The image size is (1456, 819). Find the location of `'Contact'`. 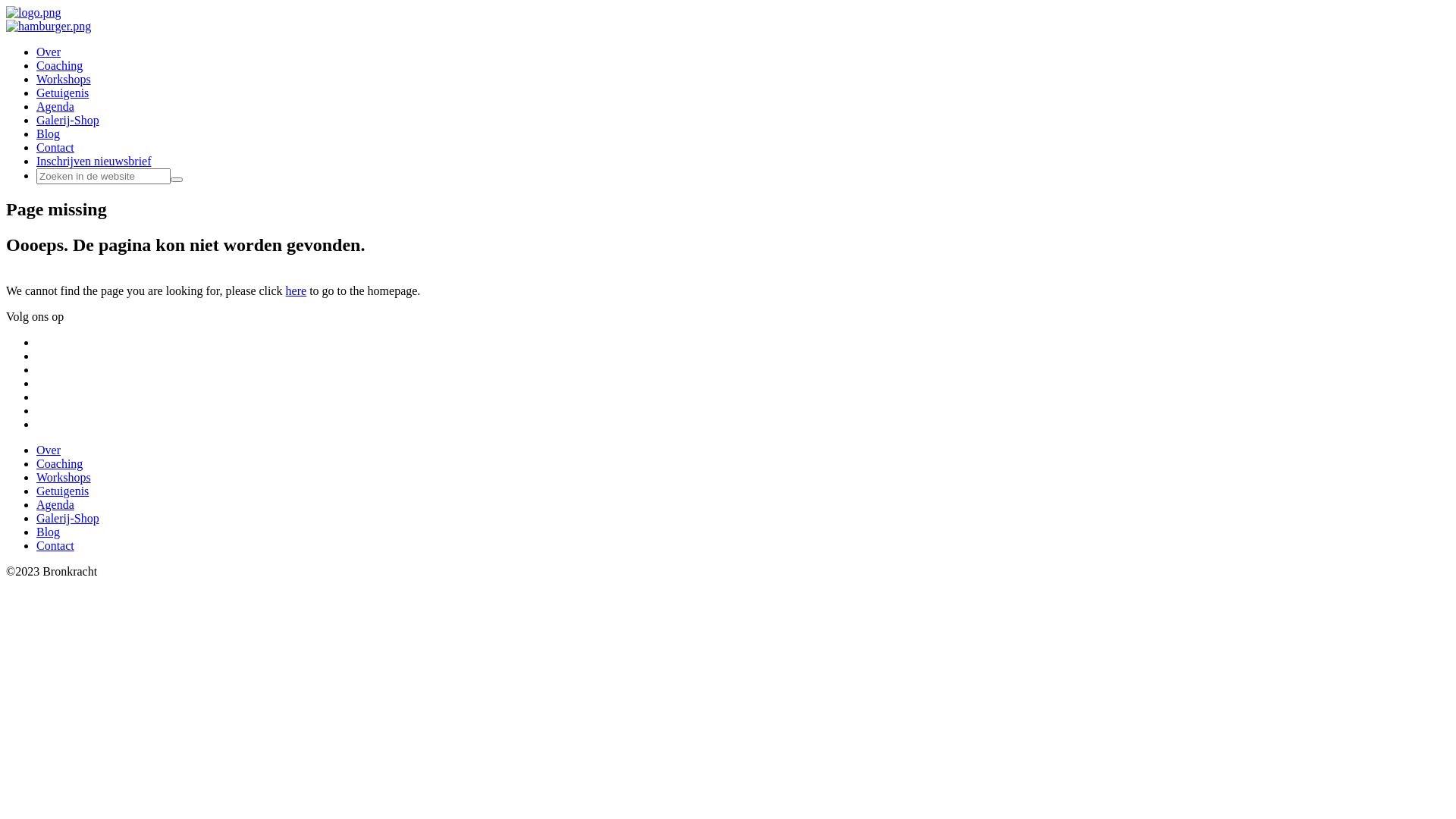

'Contact' is located at coordinates (55, 147).